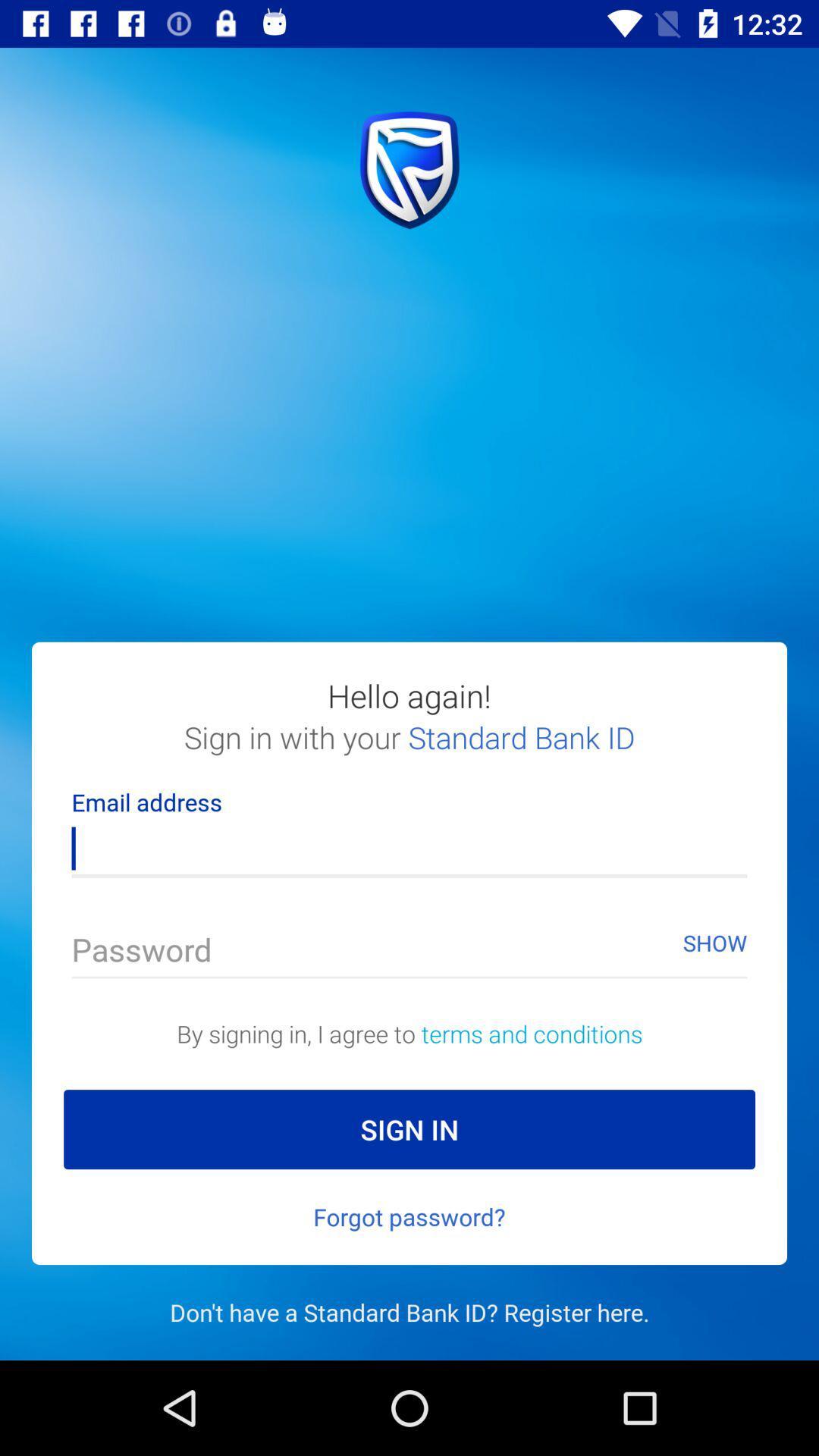  I want to click on email address, so click(409, 839).